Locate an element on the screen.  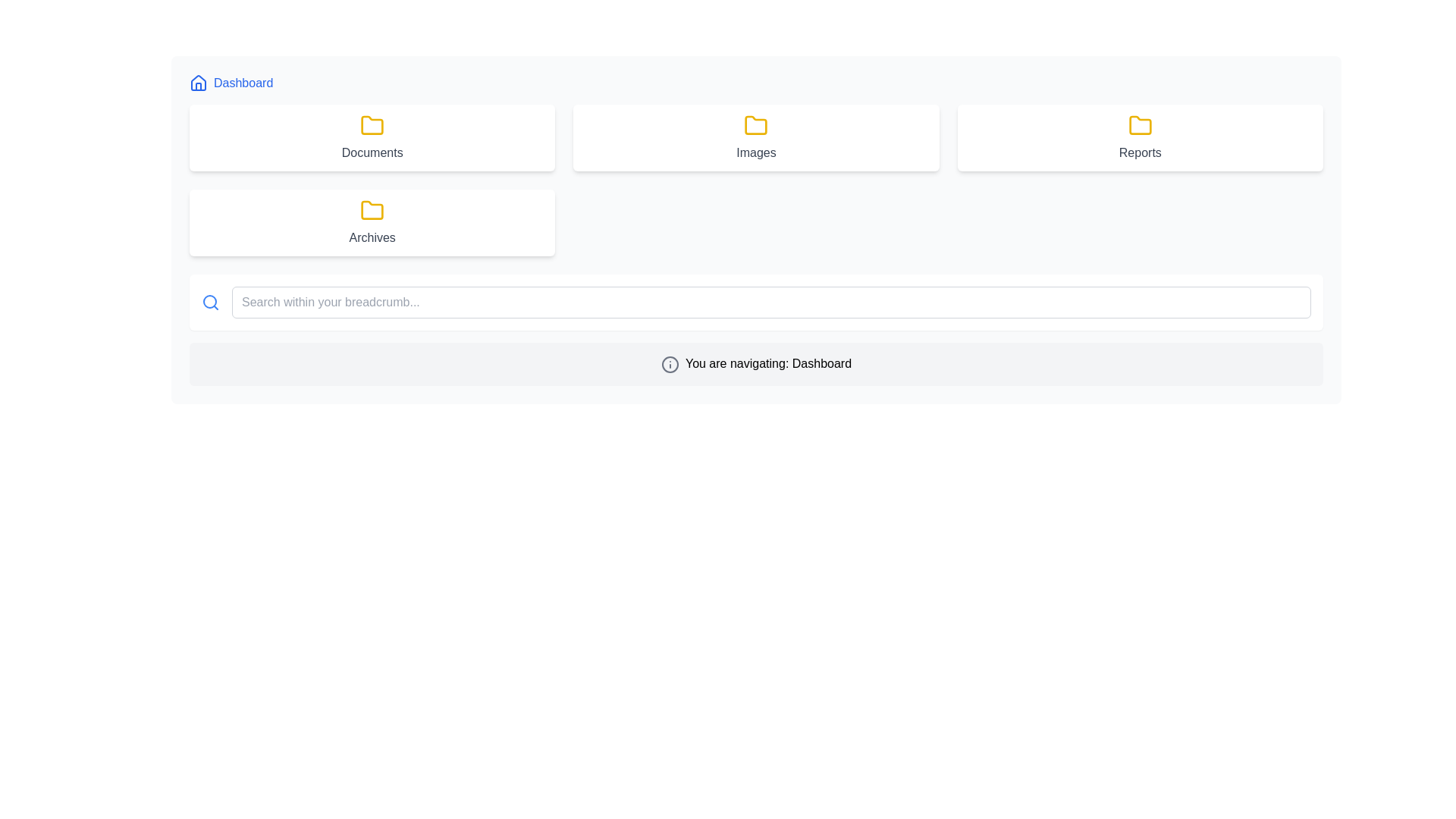
the blue magnifying glass search icon located on the leftmost side of the search bar is located at coordinates (210, 302).